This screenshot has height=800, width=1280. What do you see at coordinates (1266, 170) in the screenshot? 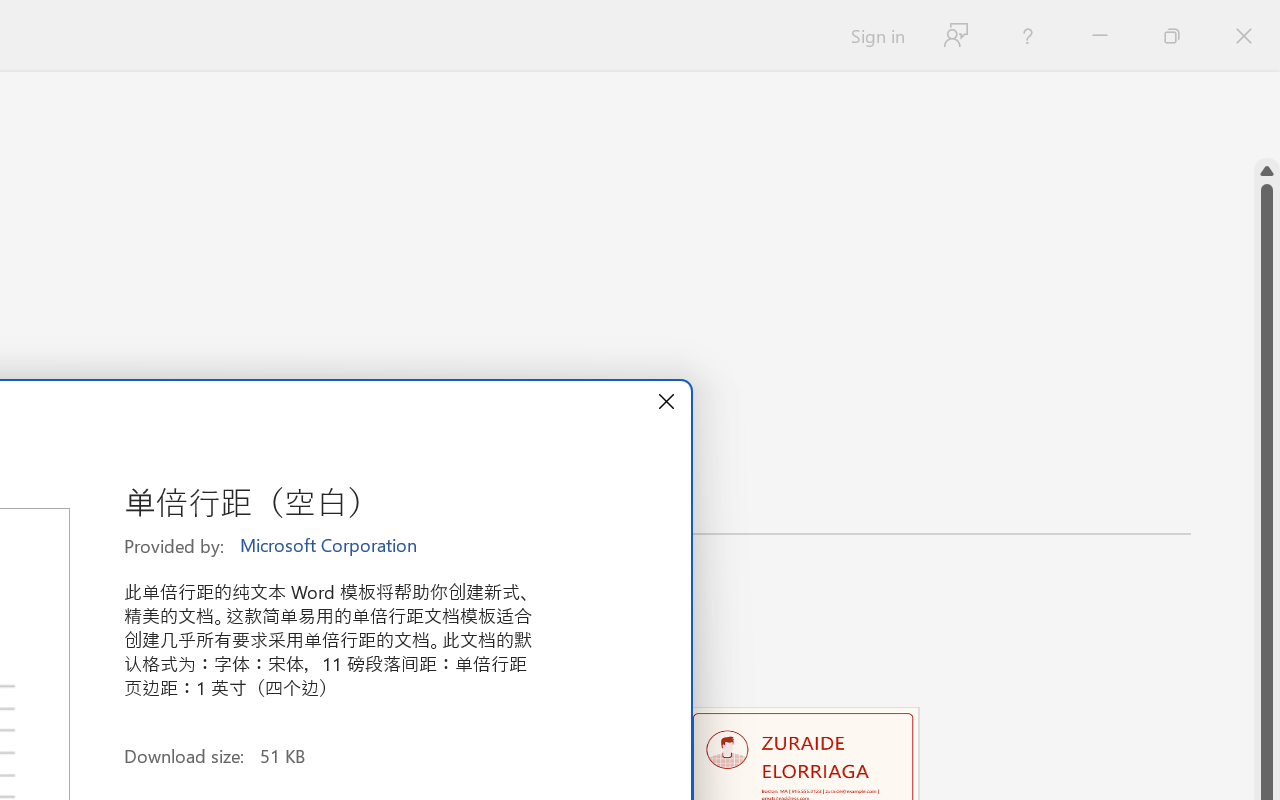
I see `'Line up'` at bounding box center [1266, 170].